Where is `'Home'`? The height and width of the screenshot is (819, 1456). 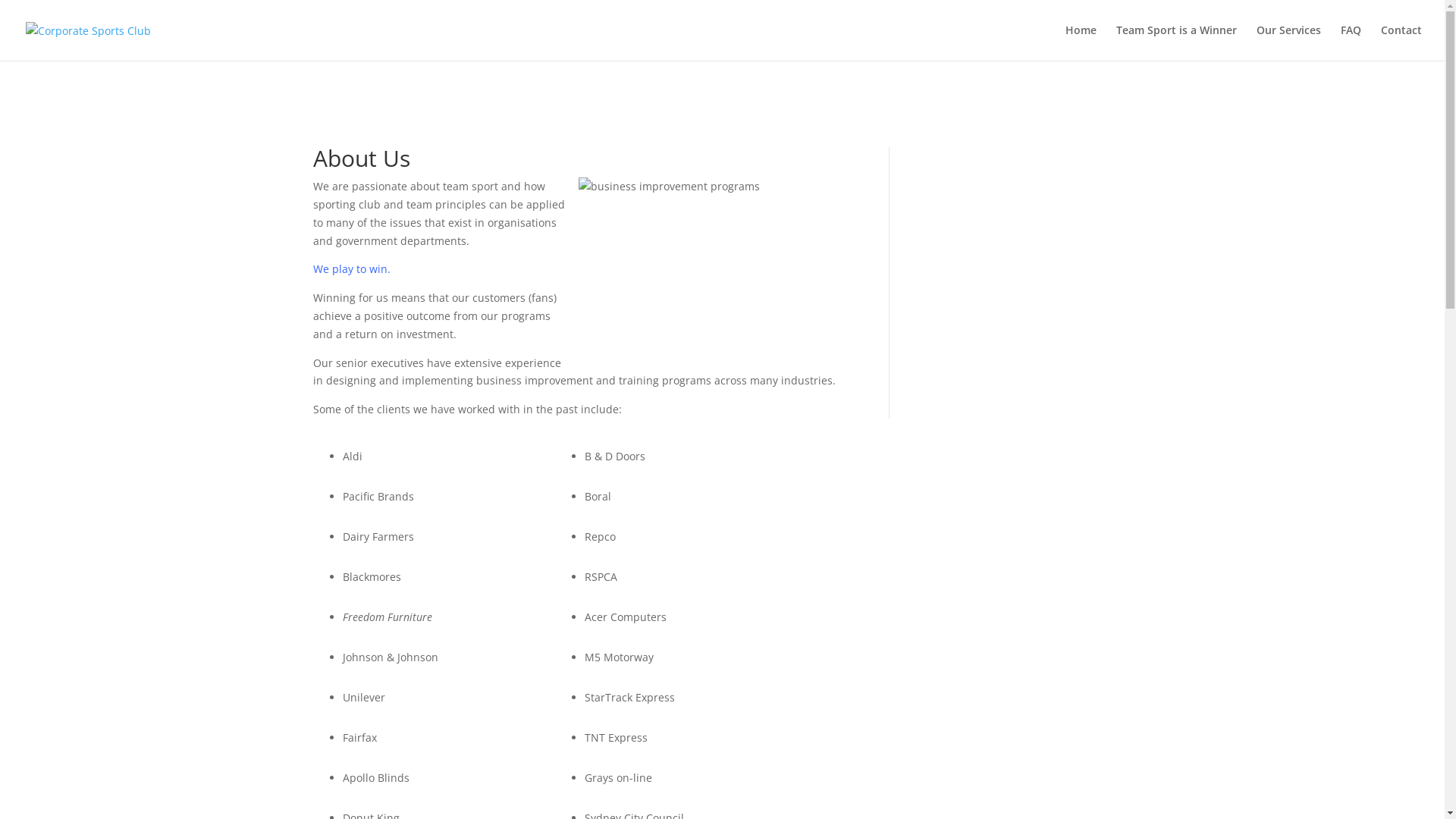
'Home' is located at coordinates (1080, 42).